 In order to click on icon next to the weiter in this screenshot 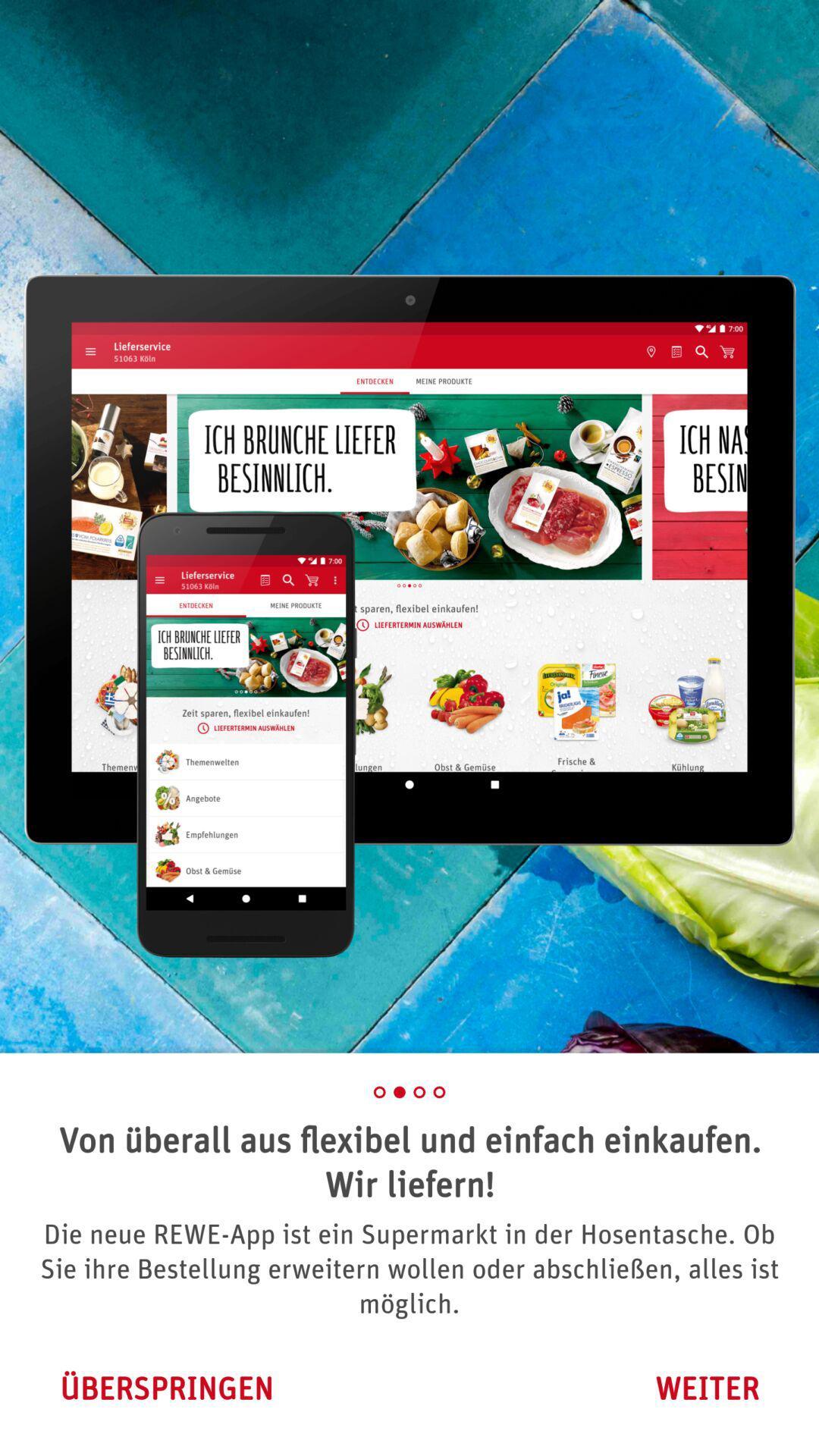, I will do `click(166, 1388)`.